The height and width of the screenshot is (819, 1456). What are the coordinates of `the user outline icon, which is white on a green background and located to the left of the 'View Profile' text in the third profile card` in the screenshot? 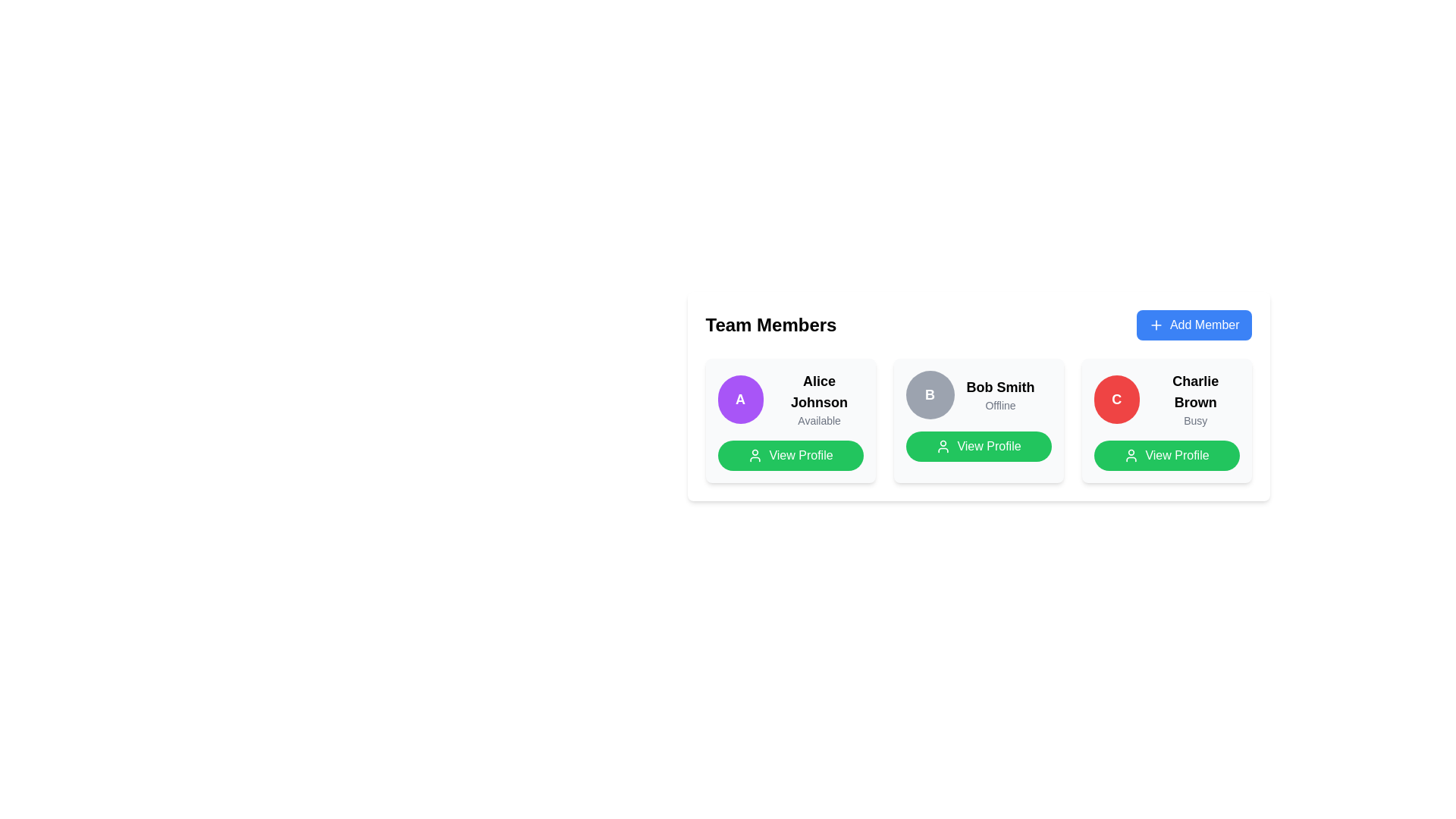 It's located at (755, 455).